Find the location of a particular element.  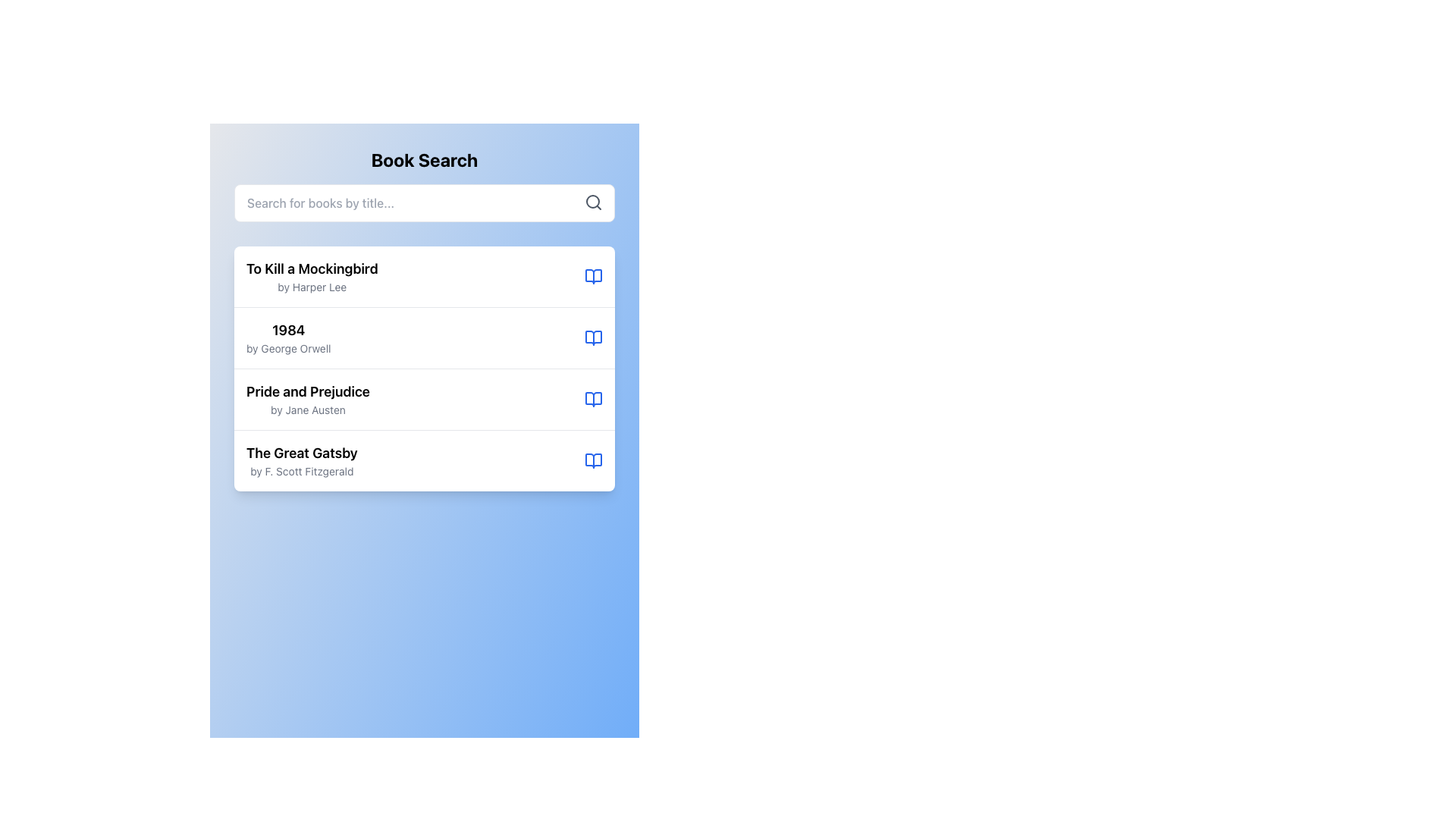

the magnifying glass icon in the top-right corner of the search input field to initiate a search is located at coordinates (592, 201).